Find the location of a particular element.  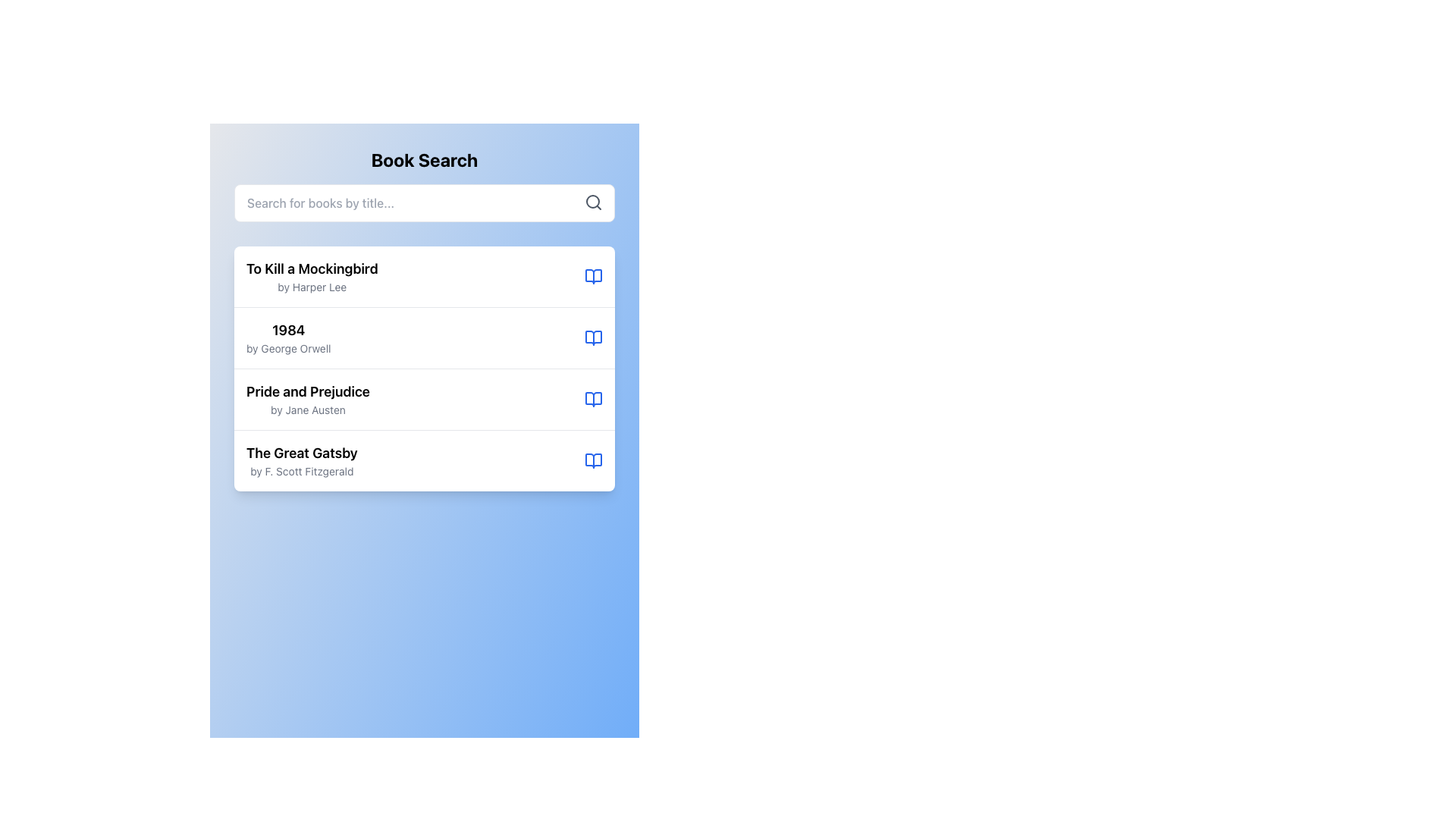

the magnifying glass icon in the top-right corner of the search input field to initiate a search is located at coordinates (592, 201).